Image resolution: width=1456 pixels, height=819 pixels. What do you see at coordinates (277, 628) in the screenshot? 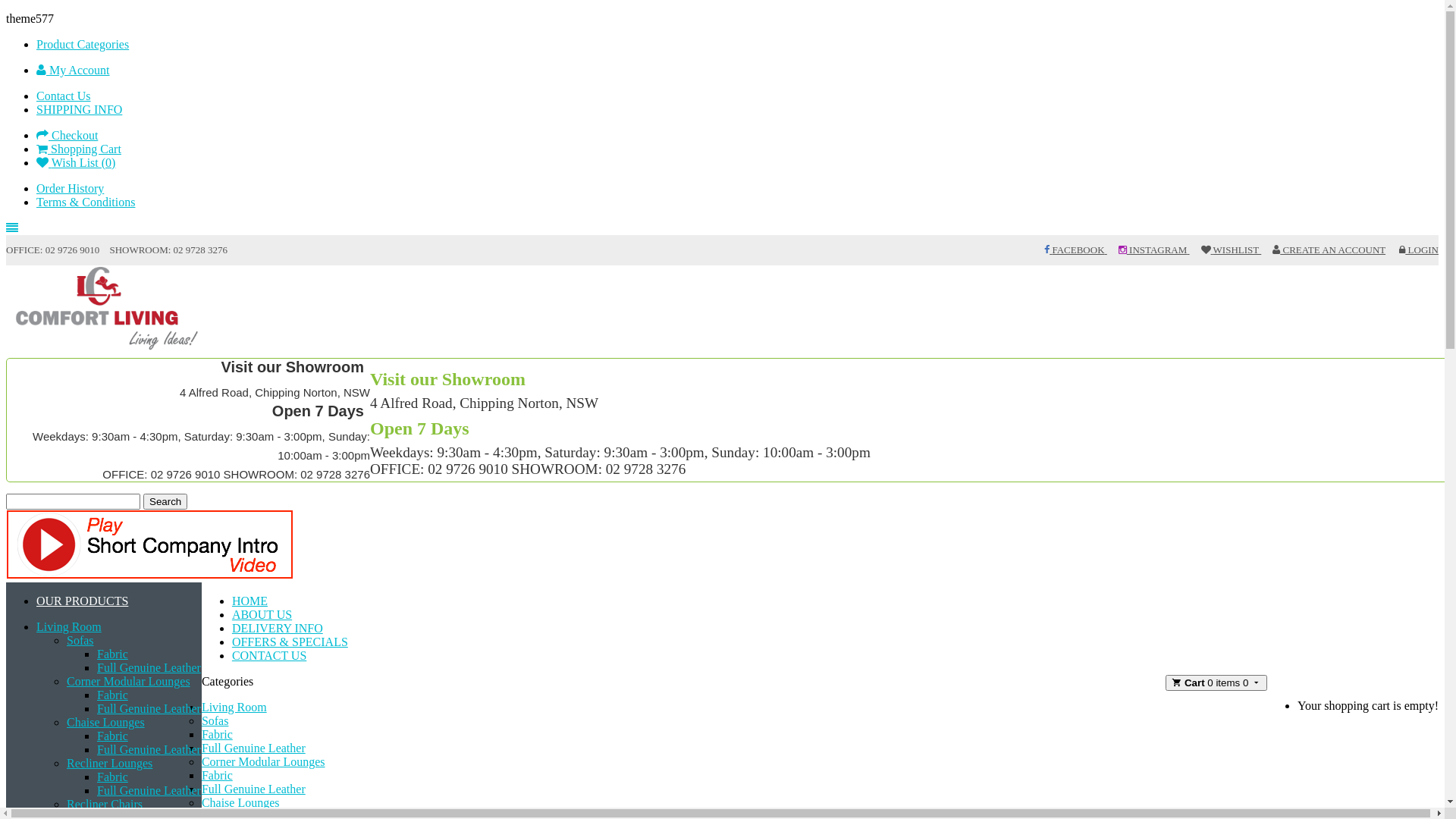
I see `'DELIVERY INFO'` at bounding box center [277, 628].